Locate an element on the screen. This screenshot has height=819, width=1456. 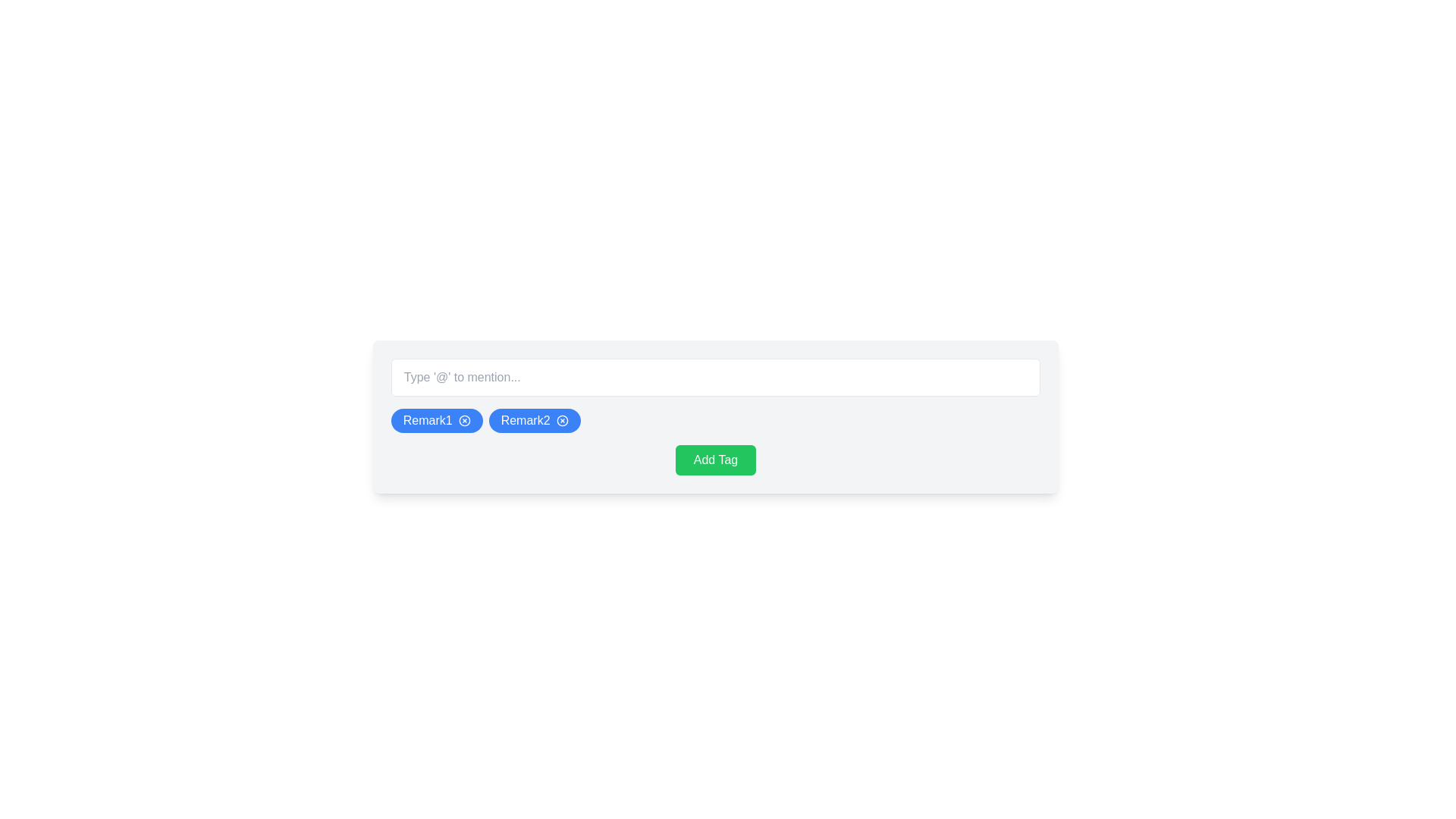
the first button with an embedded icon on the left side of the horizontal row is located at coordinates (436, 421).